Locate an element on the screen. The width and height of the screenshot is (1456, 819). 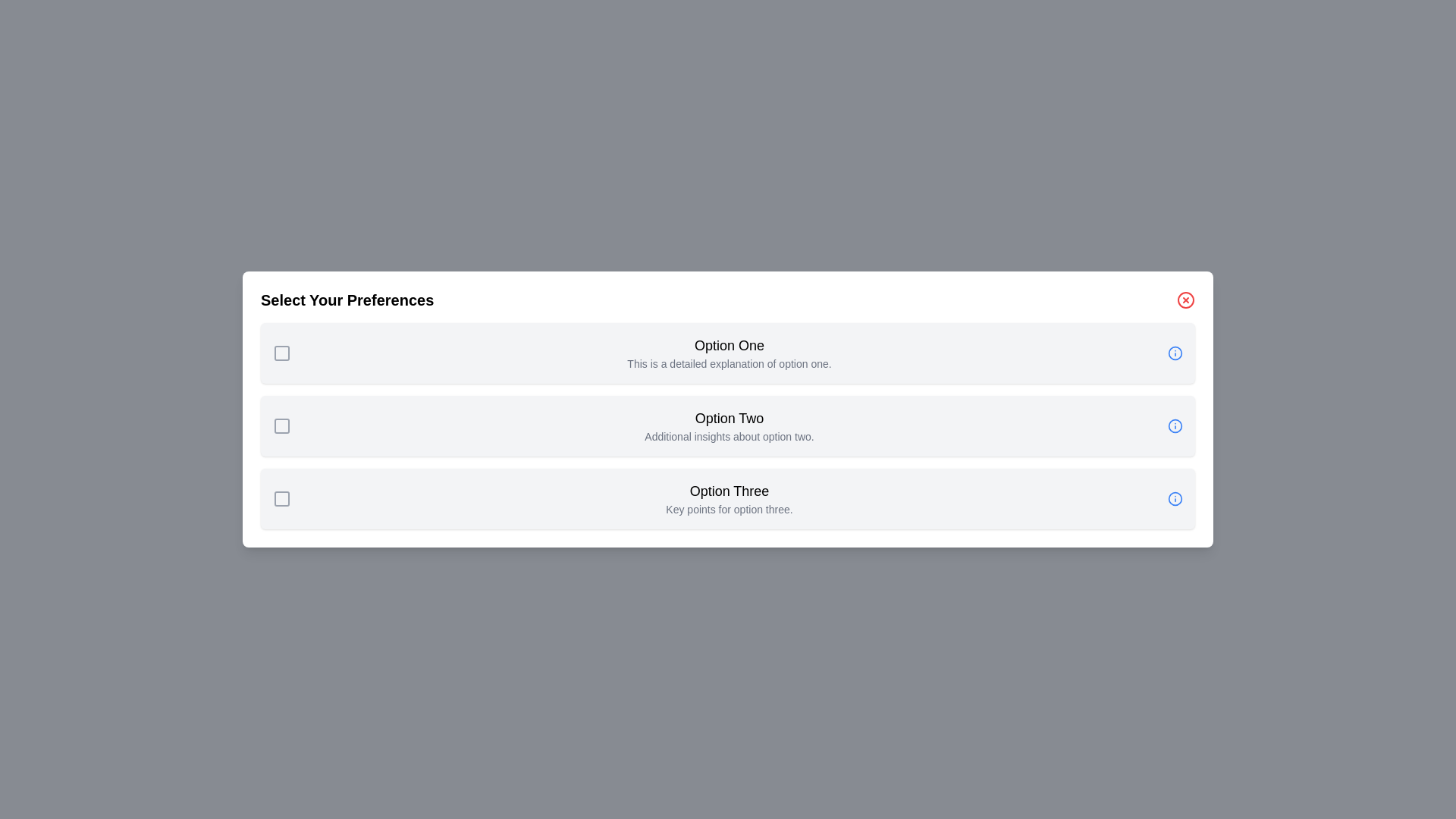
the Checkbox Icon associated with 'Option Two' is located at coordinates (282, 426).